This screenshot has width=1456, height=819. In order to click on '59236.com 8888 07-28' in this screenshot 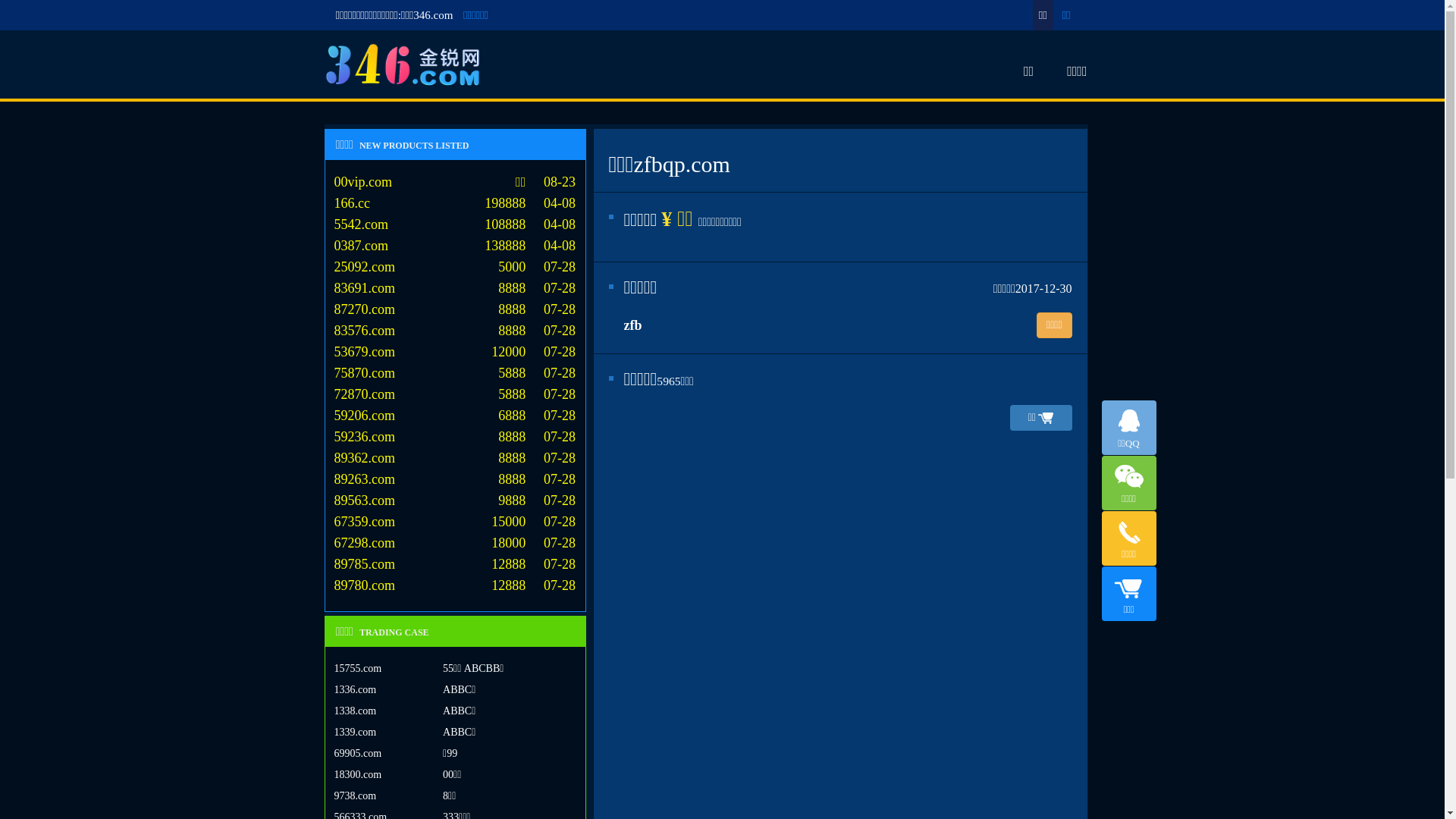, I will do `click(453, 442)`.